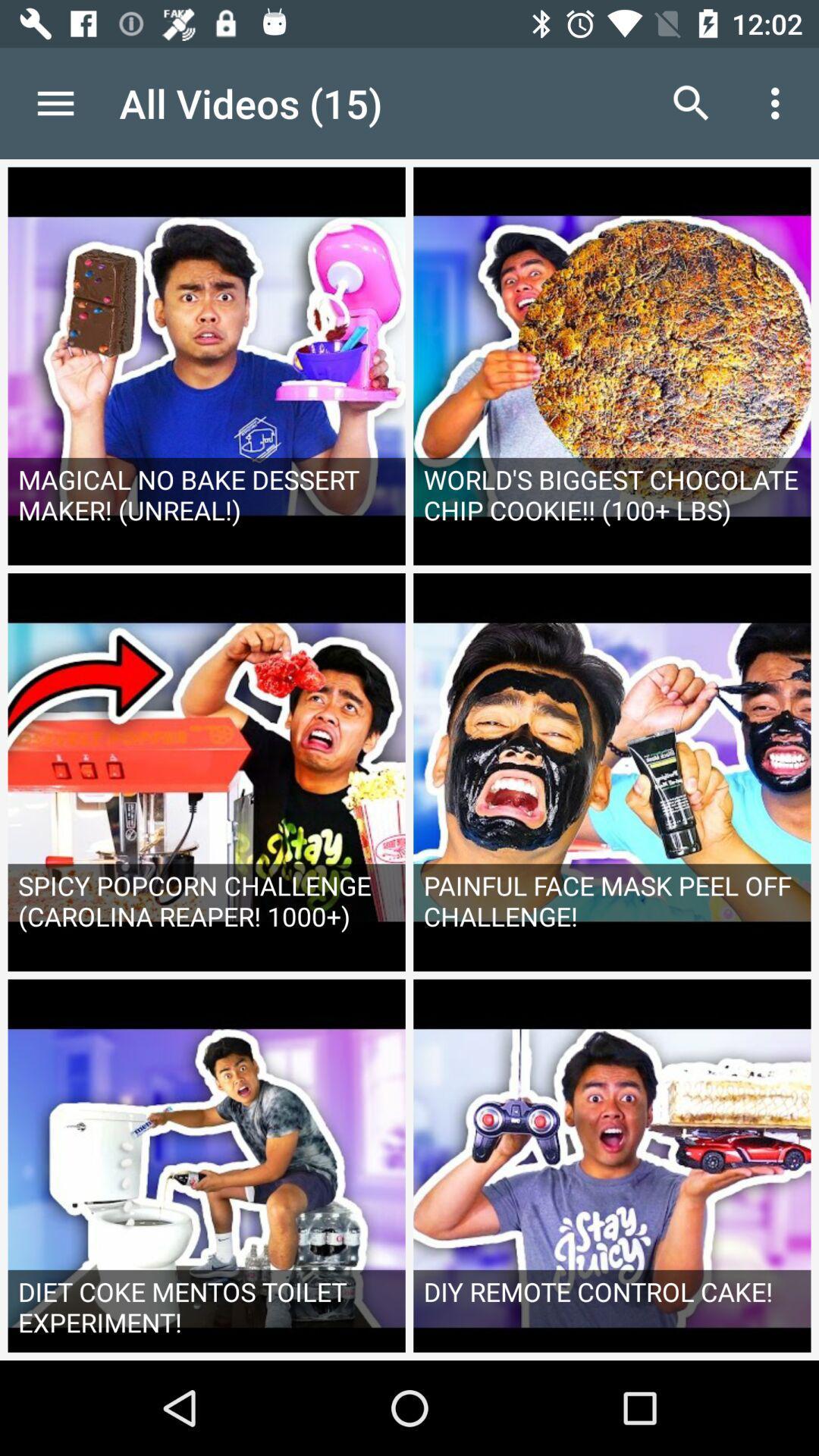  What do you see at coordinates (207, 1169) in the screenshot?
I see `the last image at bottom left` at bounding box center [207, 1169].